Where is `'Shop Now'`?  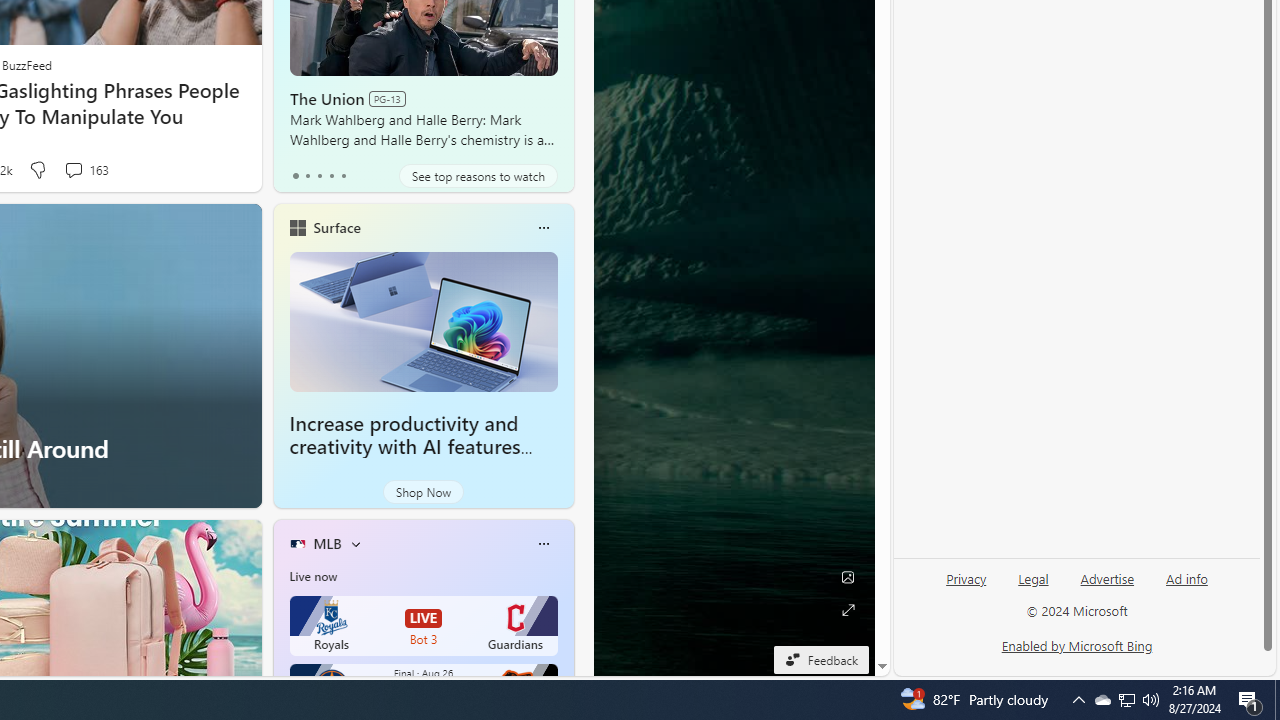
'Shop Now' is located at coordinates (422, 492).